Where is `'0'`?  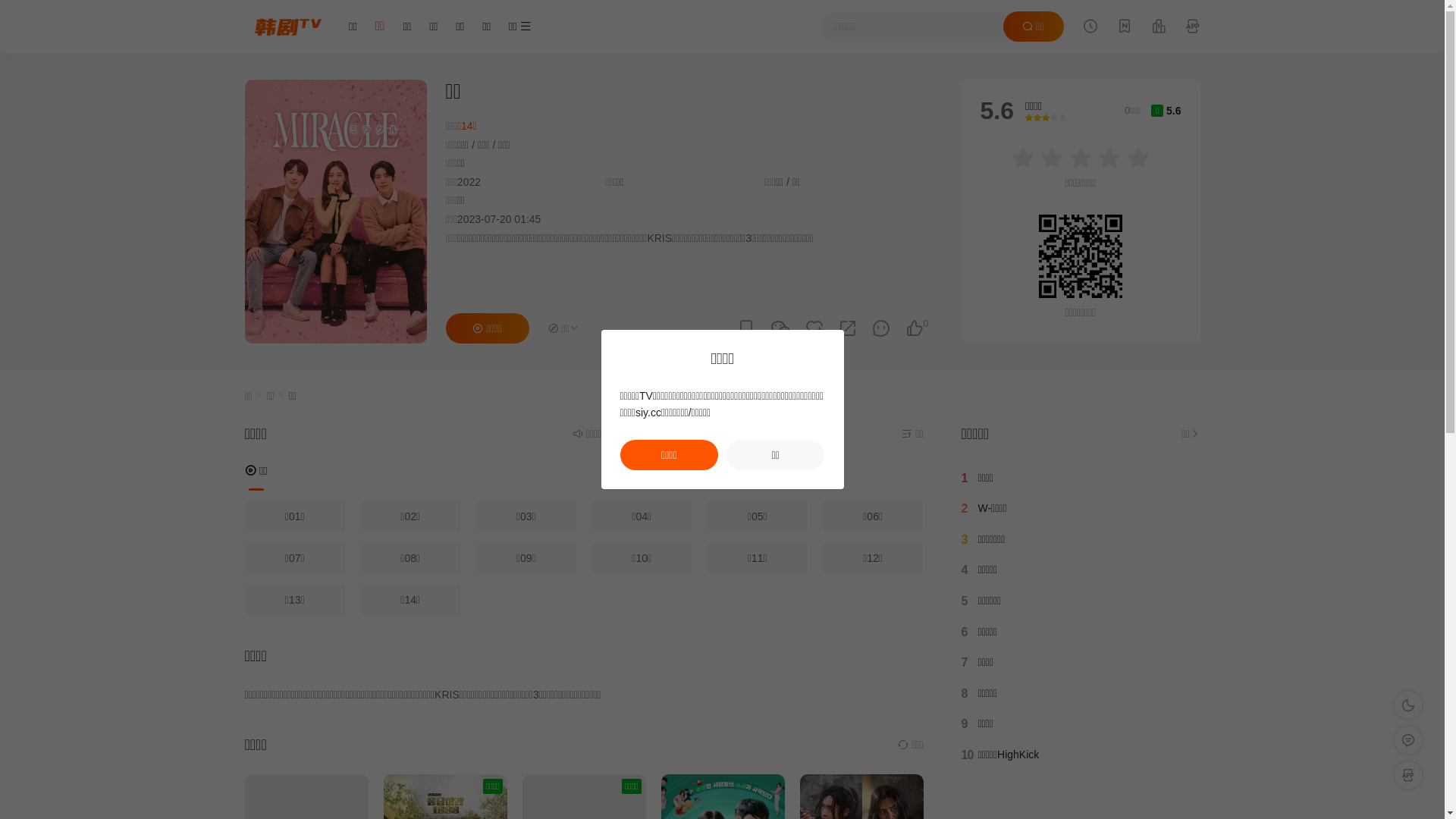
'0' is located at coordinates (913, 328).